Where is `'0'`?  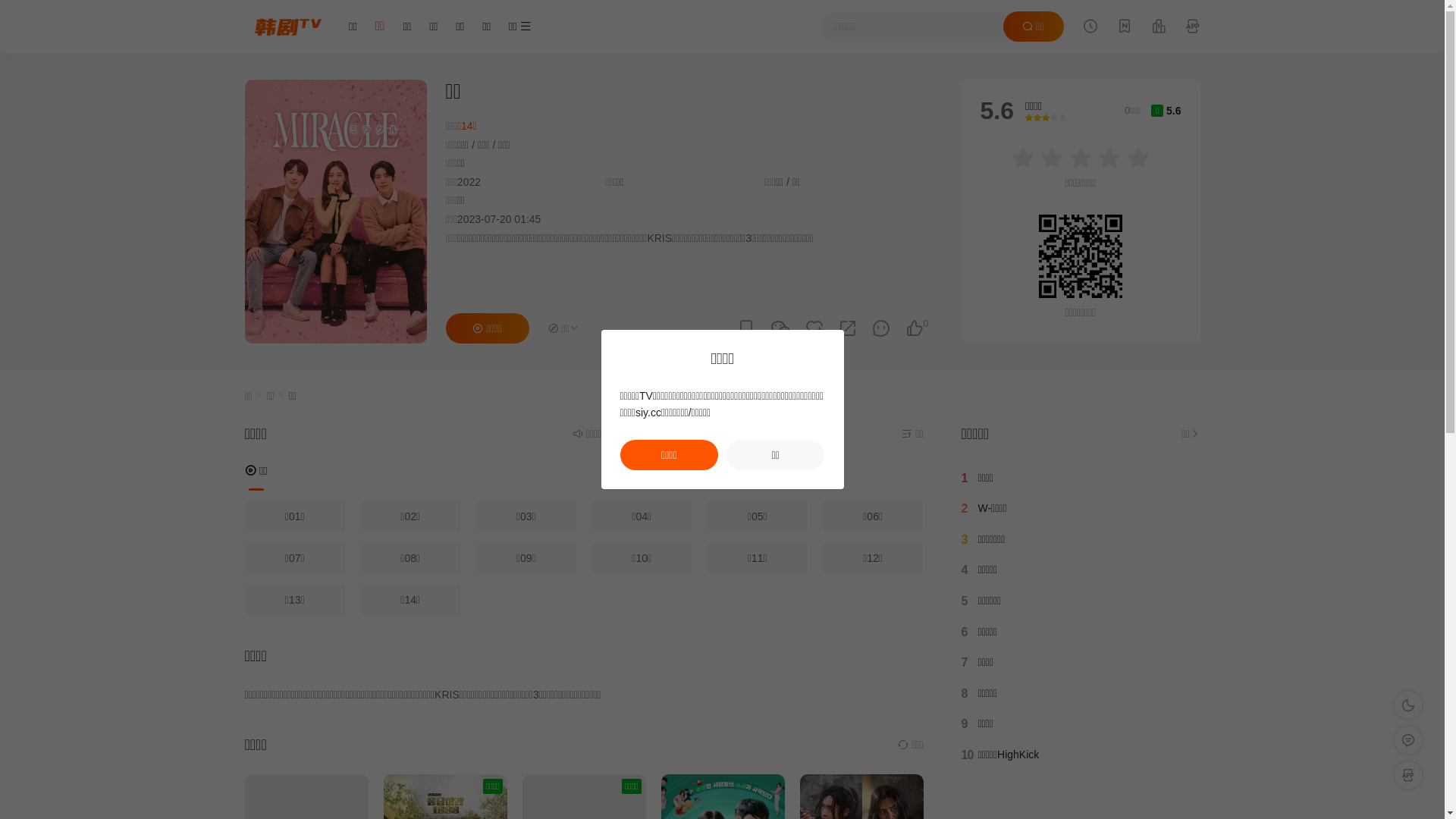
'0' is located at coordinates (913, 328).